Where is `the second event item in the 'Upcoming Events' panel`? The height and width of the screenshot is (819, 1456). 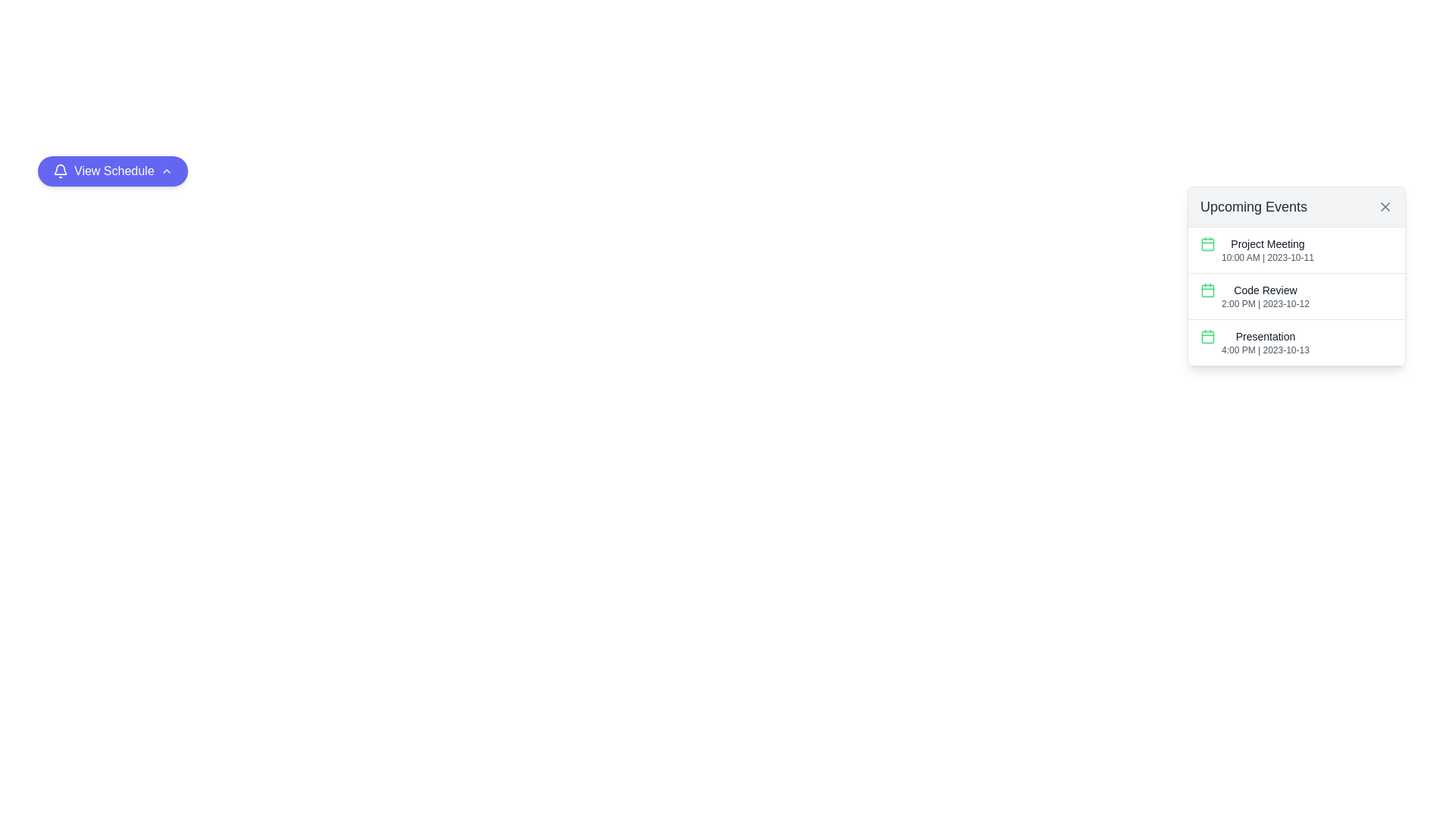 the second event item in the 'Upcoming Events' panel is located at coordinates (1295, 276).